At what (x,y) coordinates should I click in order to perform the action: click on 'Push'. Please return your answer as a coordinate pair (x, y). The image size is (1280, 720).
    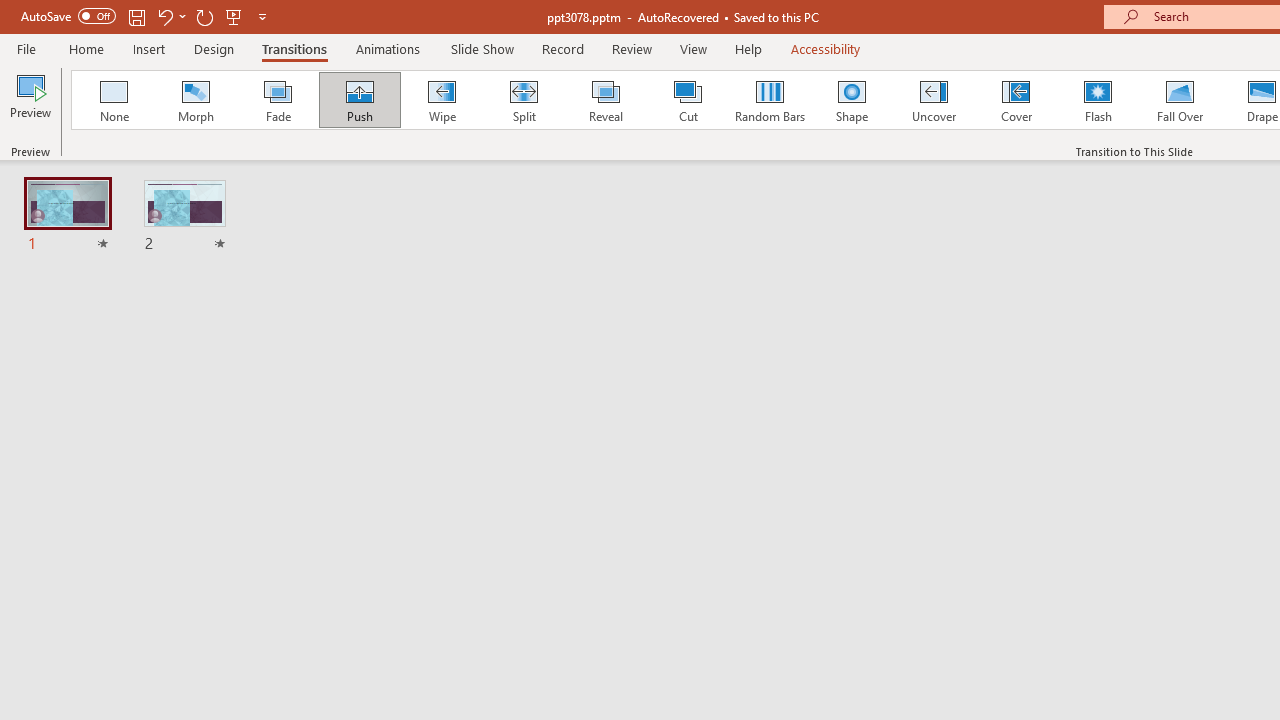
    Looking at the image, I should click on (359, 100).